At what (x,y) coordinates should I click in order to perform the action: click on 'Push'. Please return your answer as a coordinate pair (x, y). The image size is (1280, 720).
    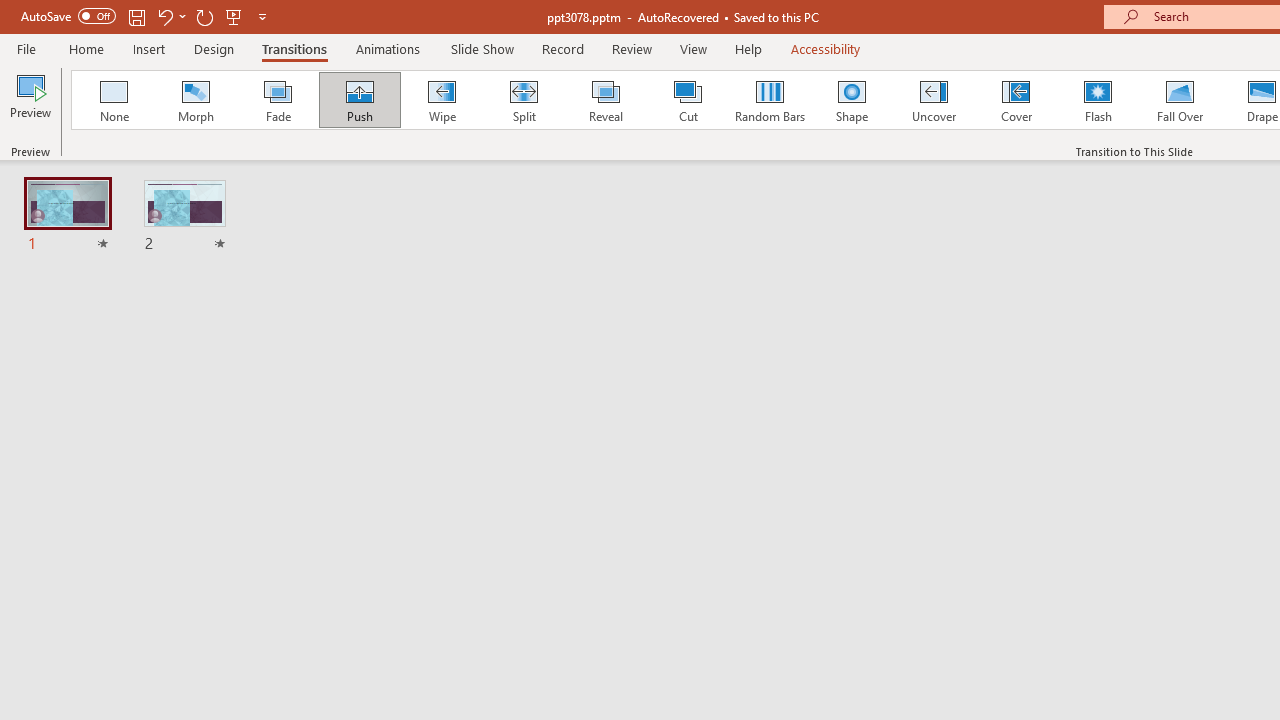
    Looking at the image, I should click on (359, 100).